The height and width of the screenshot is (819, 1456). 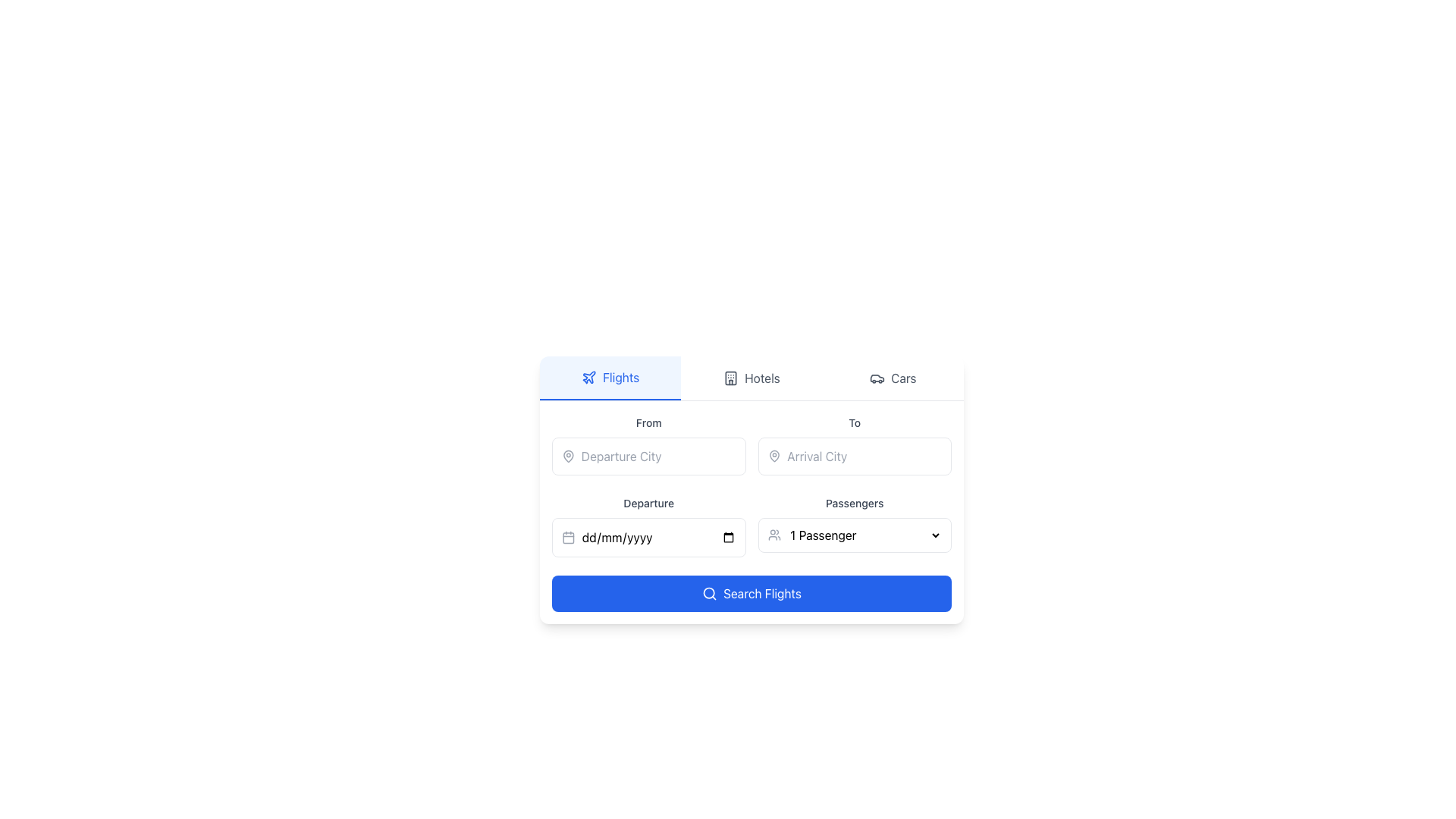 What do you see at coordinates (610, 377) in the screenshot?
I see `the 'Flights' tab` at bounding box center [610, 377].